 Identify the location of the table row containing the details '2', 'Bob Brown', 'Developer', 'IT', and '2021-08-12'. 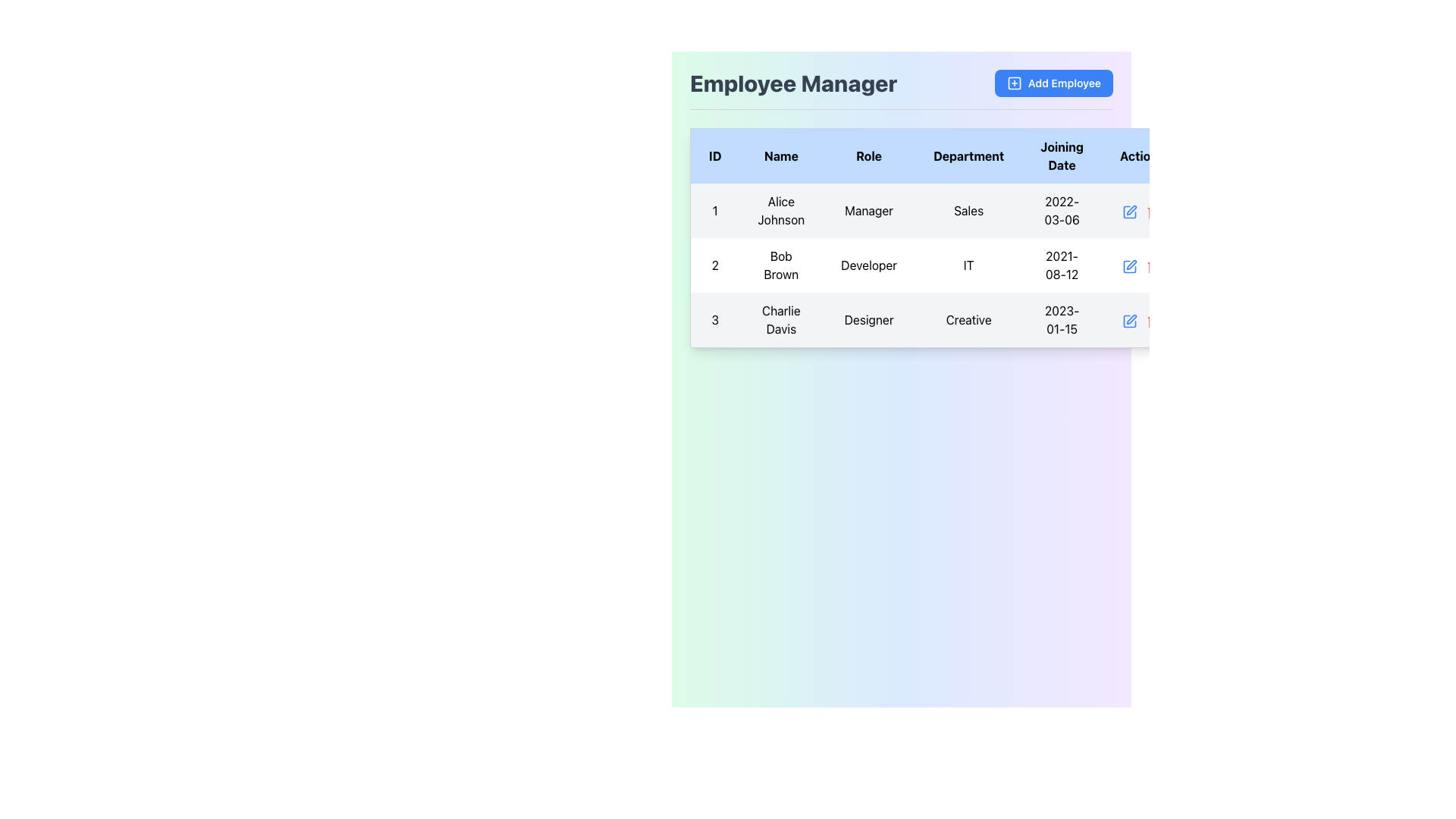
(936, 265).